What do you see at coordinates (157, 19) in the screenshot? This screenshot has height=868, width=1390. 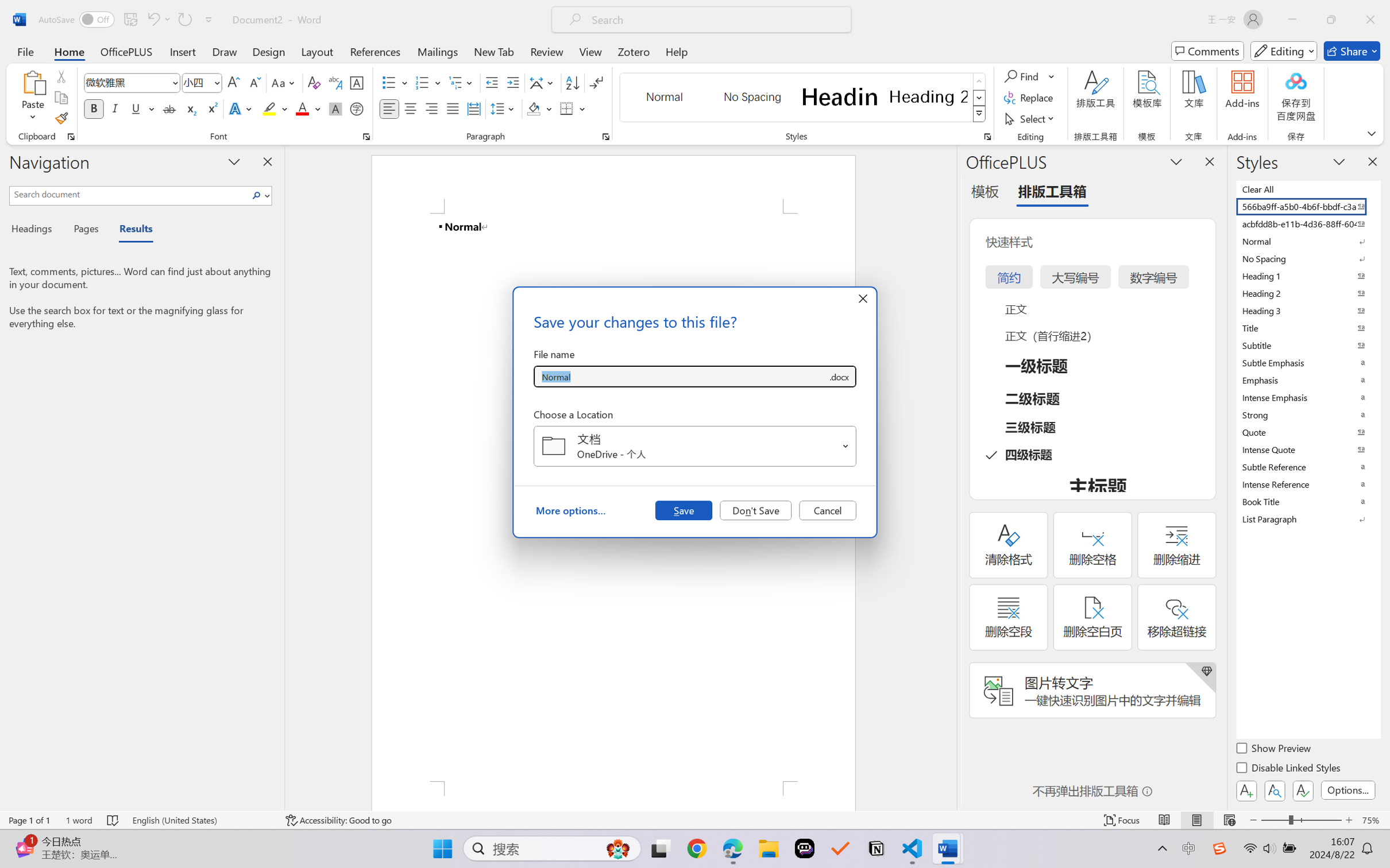 I see `'Undo Text Fill Effect'` at bounding box center [157, 19].